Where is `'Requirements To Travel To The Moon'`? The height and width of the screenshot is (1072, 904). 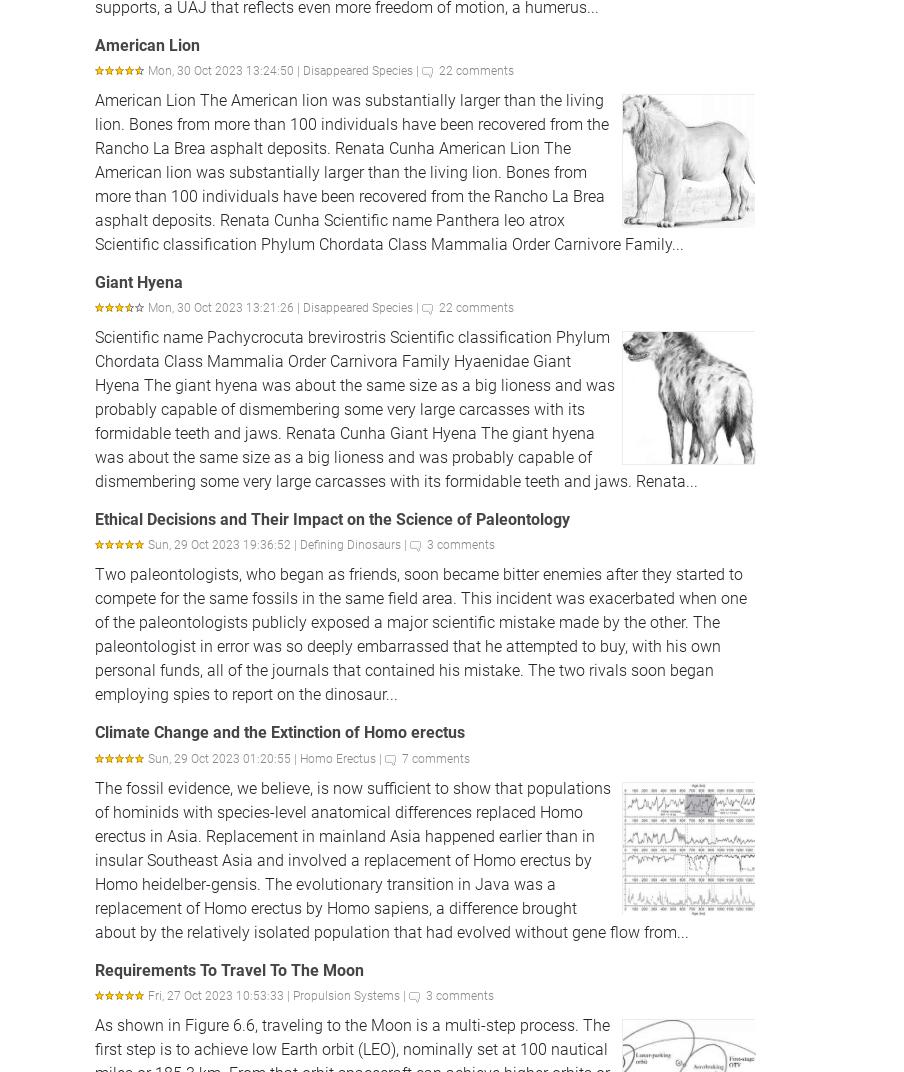 'Requirements To Travel To The Moon' is located at coordinates (228, 968).